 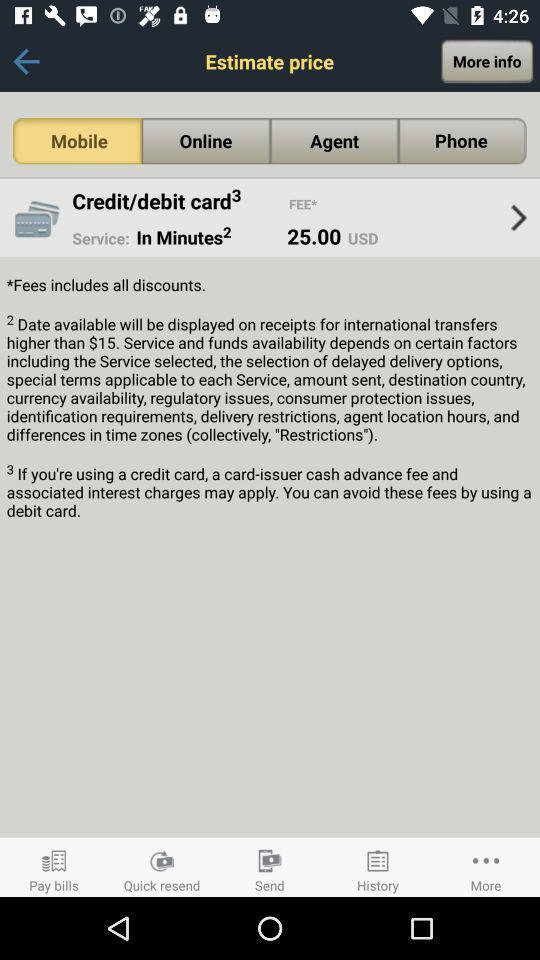 What do you see at coordinates (205, 140) in the screenshot?
I see `the item above the credit/debit card3` at bounding box center [205, 140].